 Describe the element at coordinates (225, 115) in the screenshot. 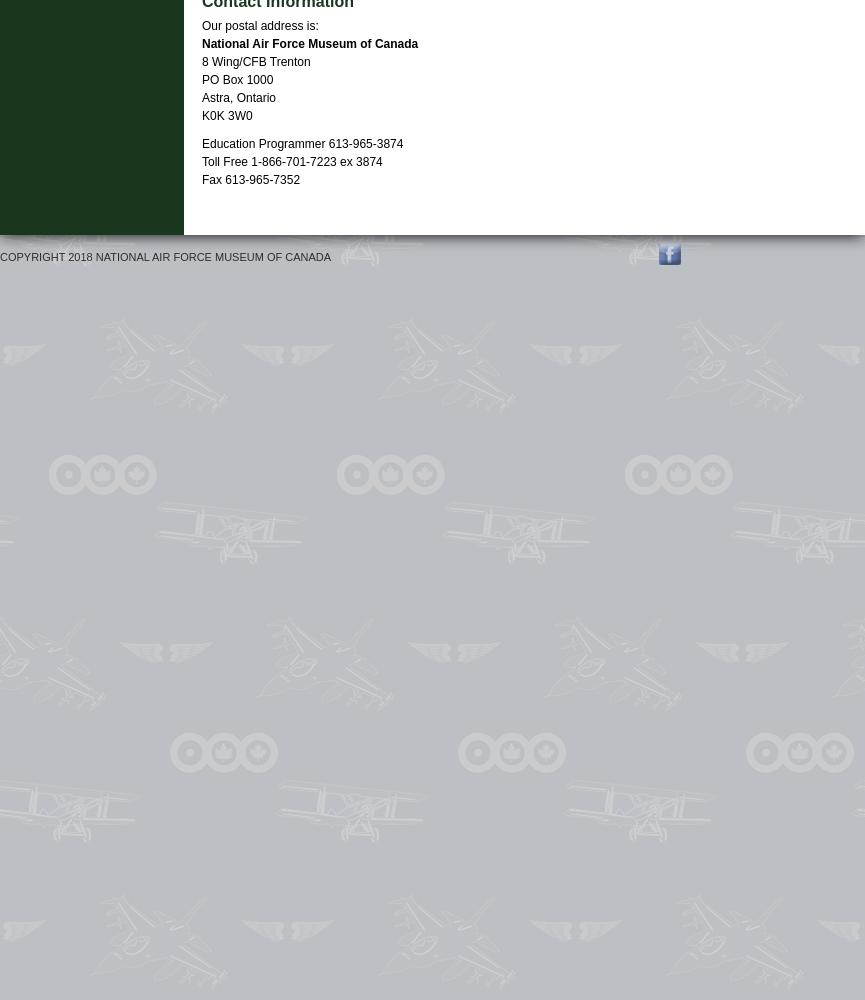

I see `'K0K 3W0'` at that location.